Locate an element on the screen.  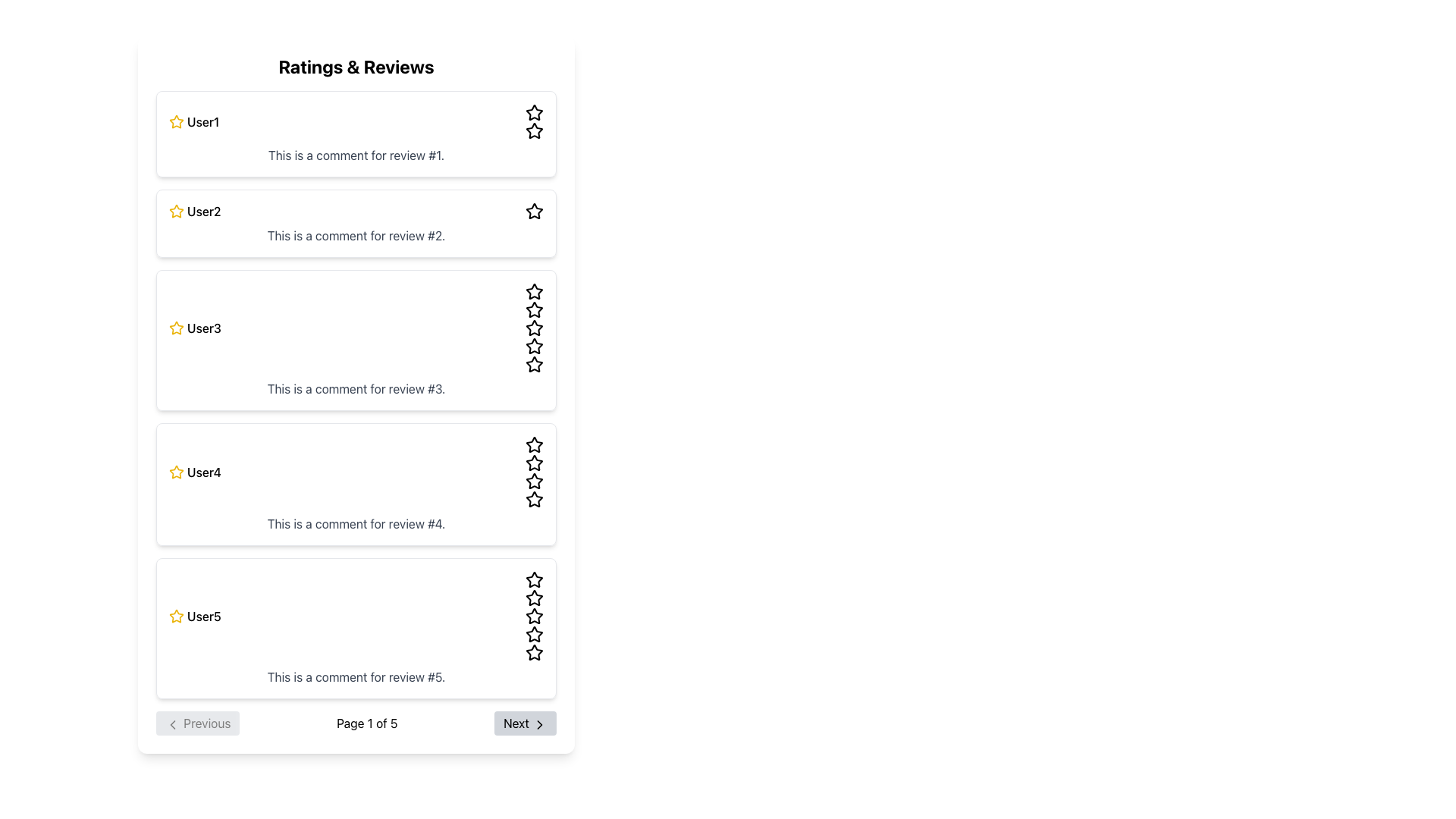
information displayed in the Text label that indicates the current page number and total number of pages, located centrally between the 'Previous' and 'Next' buttons in the navigation section at the bottom of the page is located at coordinates (367, 722).